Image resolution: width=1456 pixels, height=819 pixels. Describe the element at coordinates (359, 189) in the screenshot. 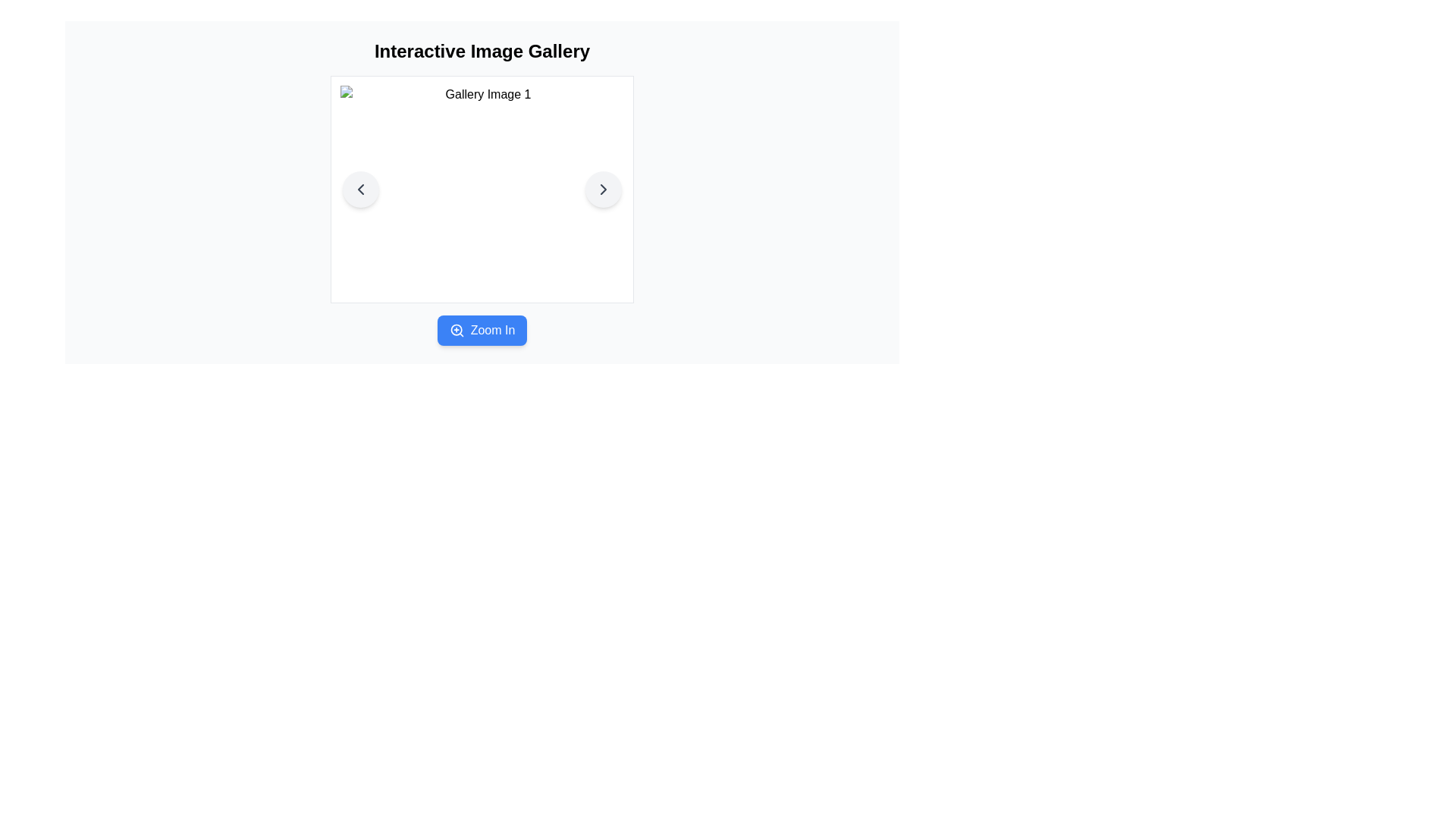

I see `the left-pointing chevron icon button styled with a rounded background` at that location.